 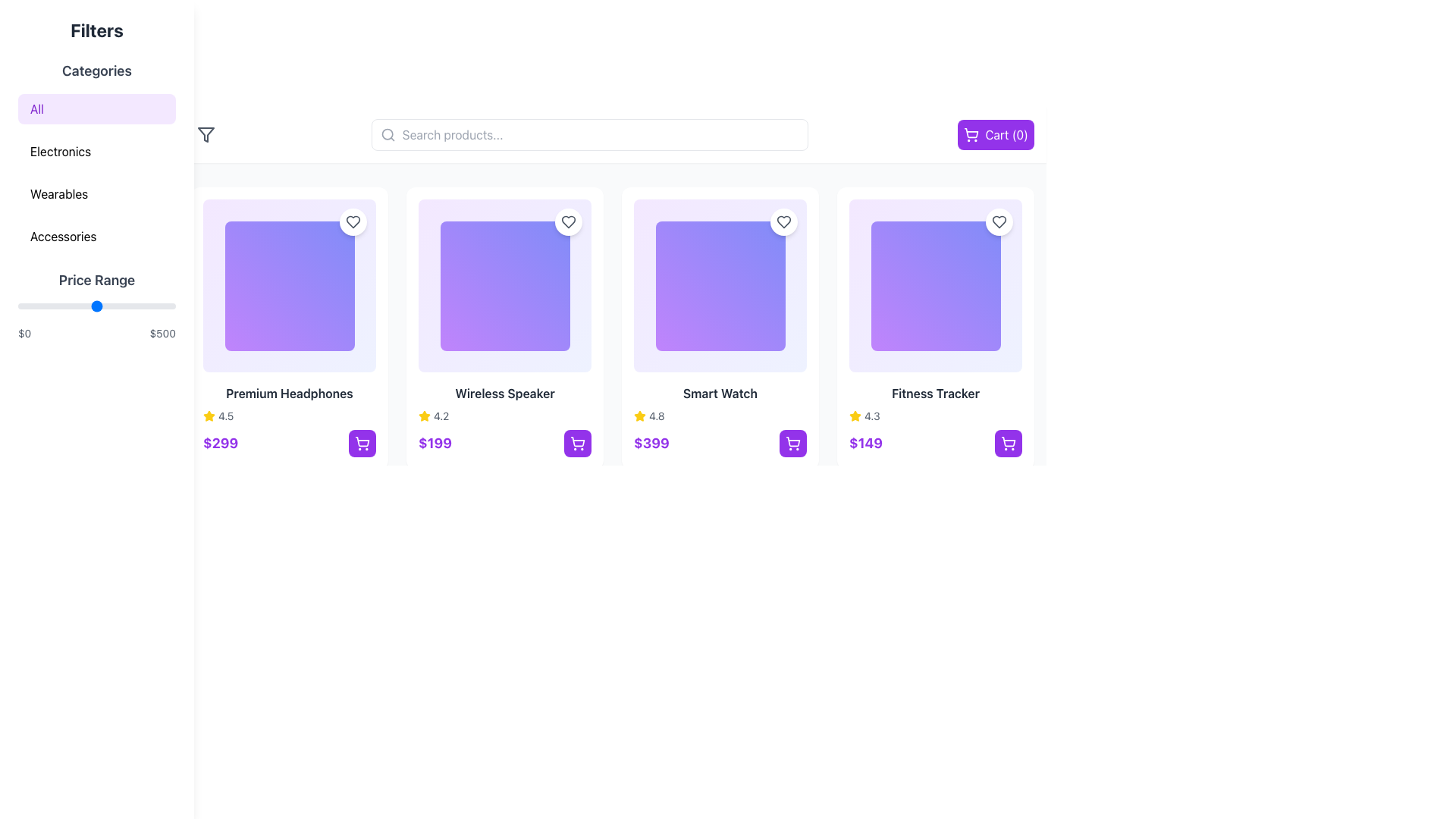 I want to click on the heart-shaped favorite icon located in the top-right corner of the Smart Watch product tile to change its color from gray to pink, so click(x=783, y=222).